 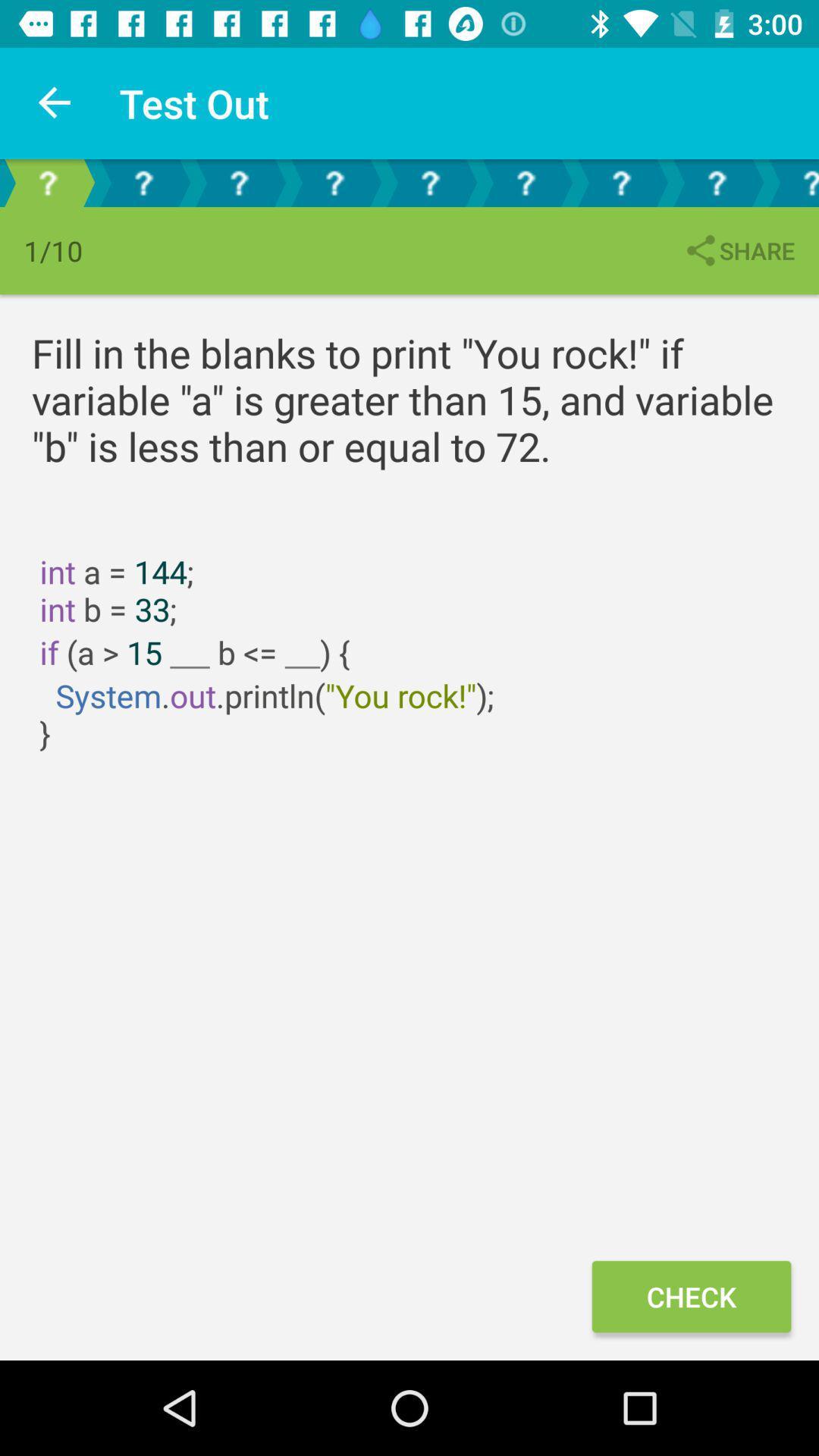 I want to click on the help icon, so click(x=717, y=182).